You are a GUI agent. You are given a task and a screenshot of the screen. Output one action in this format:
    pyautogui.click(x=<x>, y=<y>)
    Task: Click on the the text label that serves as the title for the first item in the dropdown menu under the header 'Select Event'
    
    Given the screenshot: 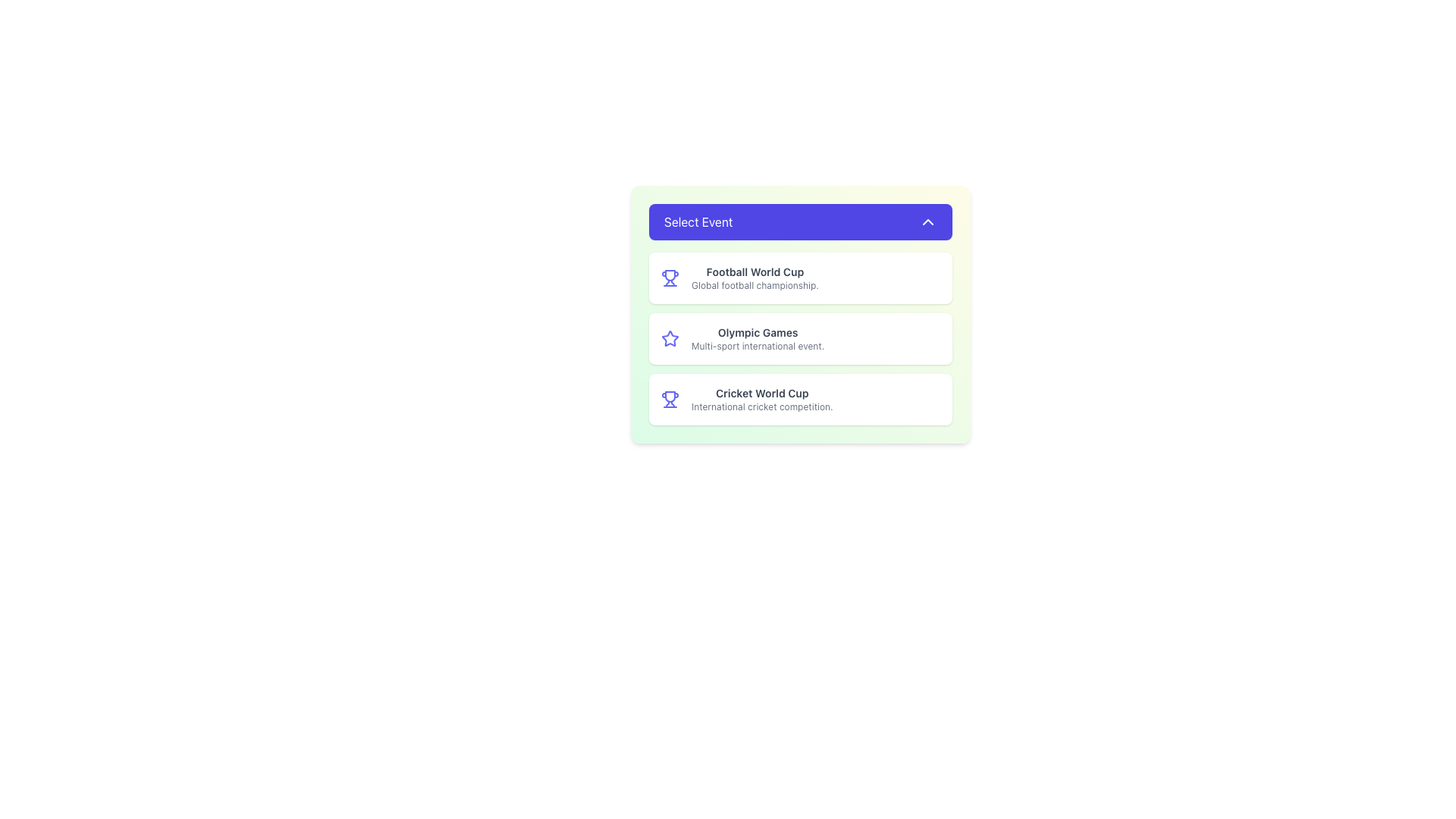 What is the action you would take?
    pyautogui.click(x=755, y=271)
    